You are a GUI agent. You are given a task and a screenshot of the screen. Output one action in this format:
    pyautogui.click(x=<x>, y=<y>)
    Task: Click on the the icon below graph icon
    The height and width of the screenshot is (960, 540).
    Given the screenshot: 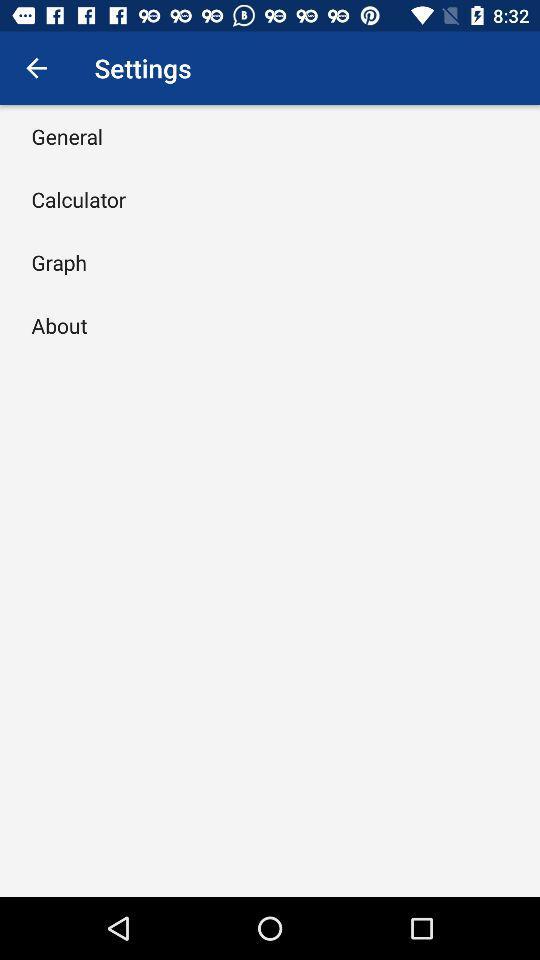 What is the action you would take?
    pyautogui.click(x=59, y=325)
    